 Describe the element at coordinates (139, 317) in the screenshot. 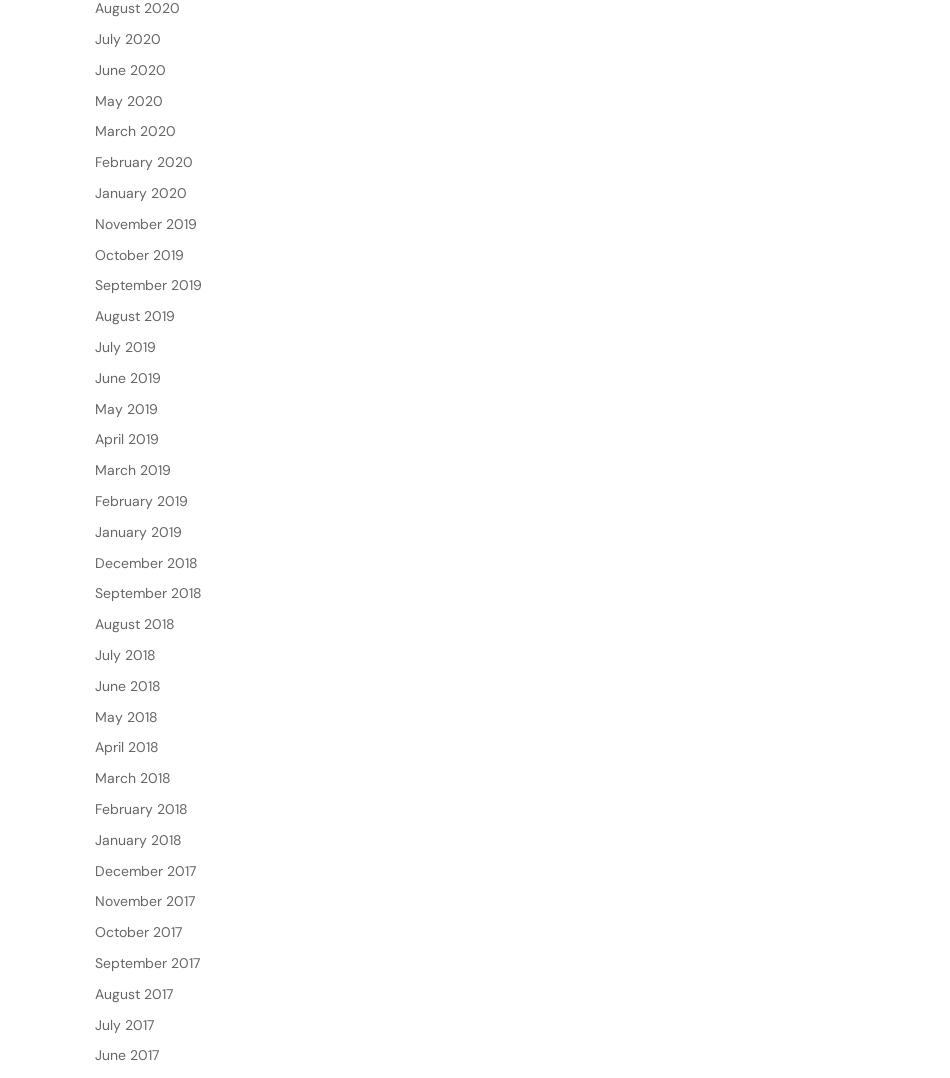

I see `'October 2019'` at that location.